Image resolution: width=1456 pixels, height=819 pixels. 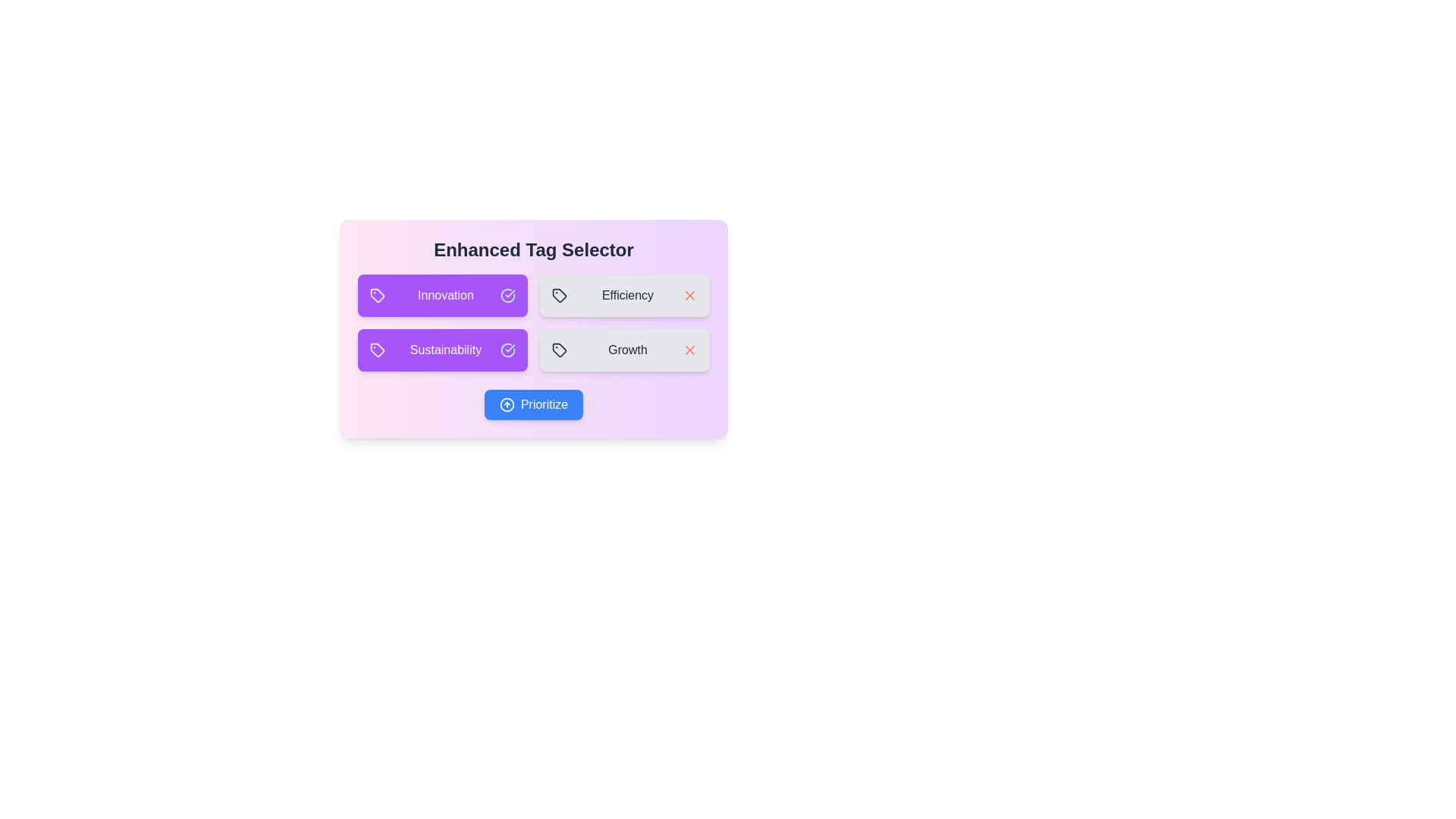 I want to click on the tag Innovation, so click(x=442, y=295).